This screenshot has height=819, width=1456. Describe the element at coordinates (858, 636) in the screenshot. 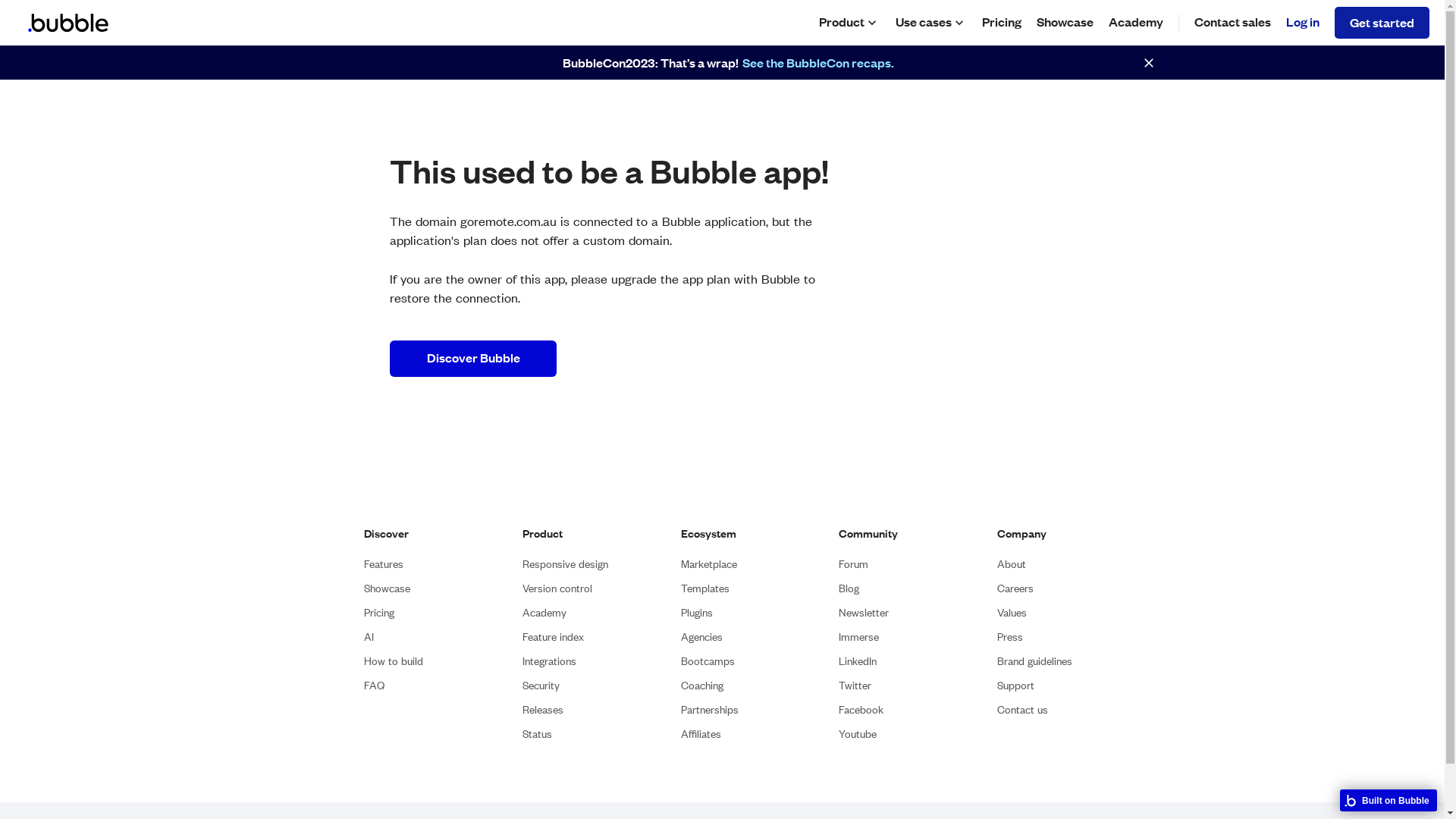

I see `'Immerse'` at that location.